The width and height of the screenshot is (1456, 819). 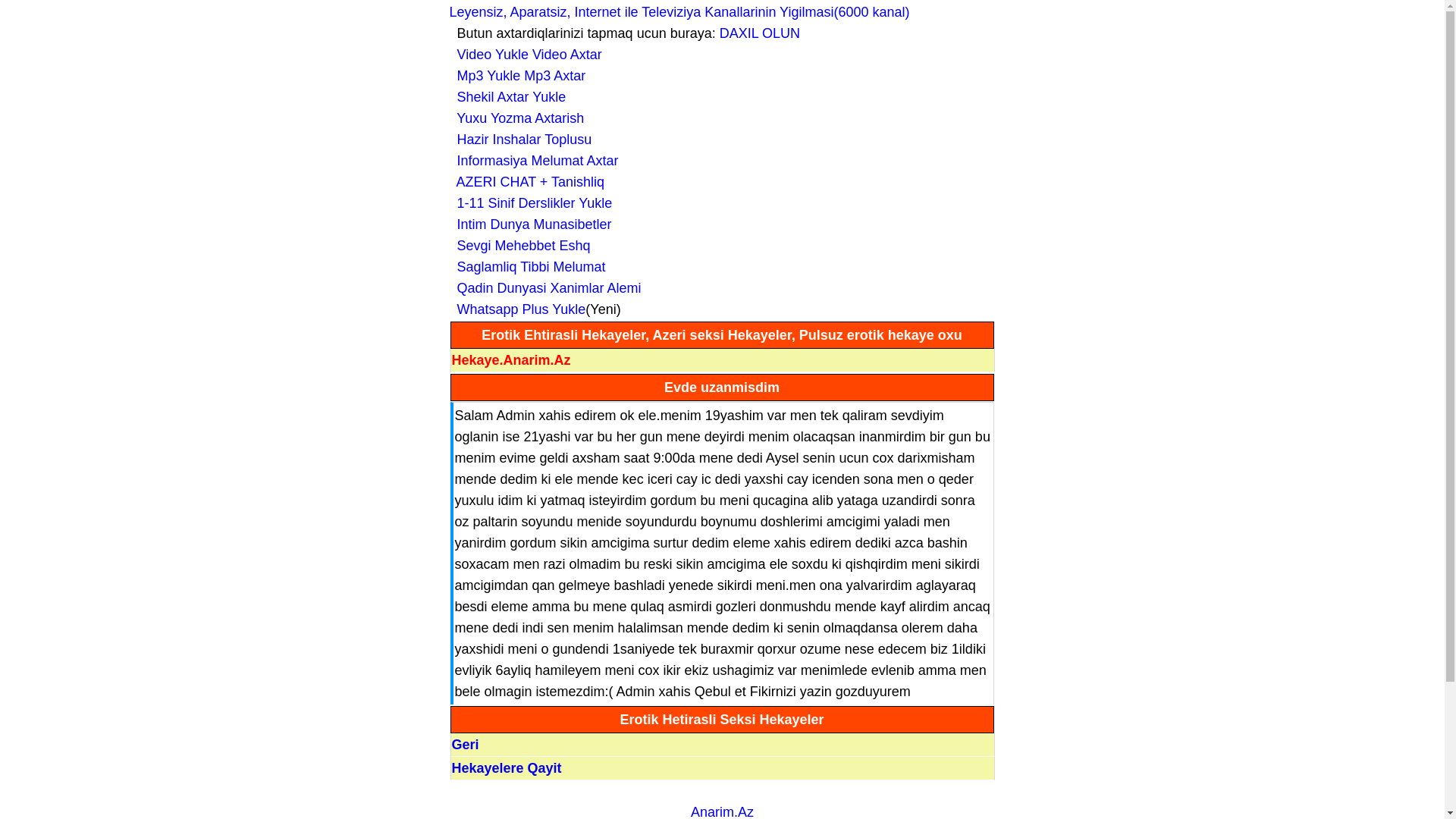 I want to click on '  Mp3 Yukle Mp3 Axtar', so click(x=516, y=76).